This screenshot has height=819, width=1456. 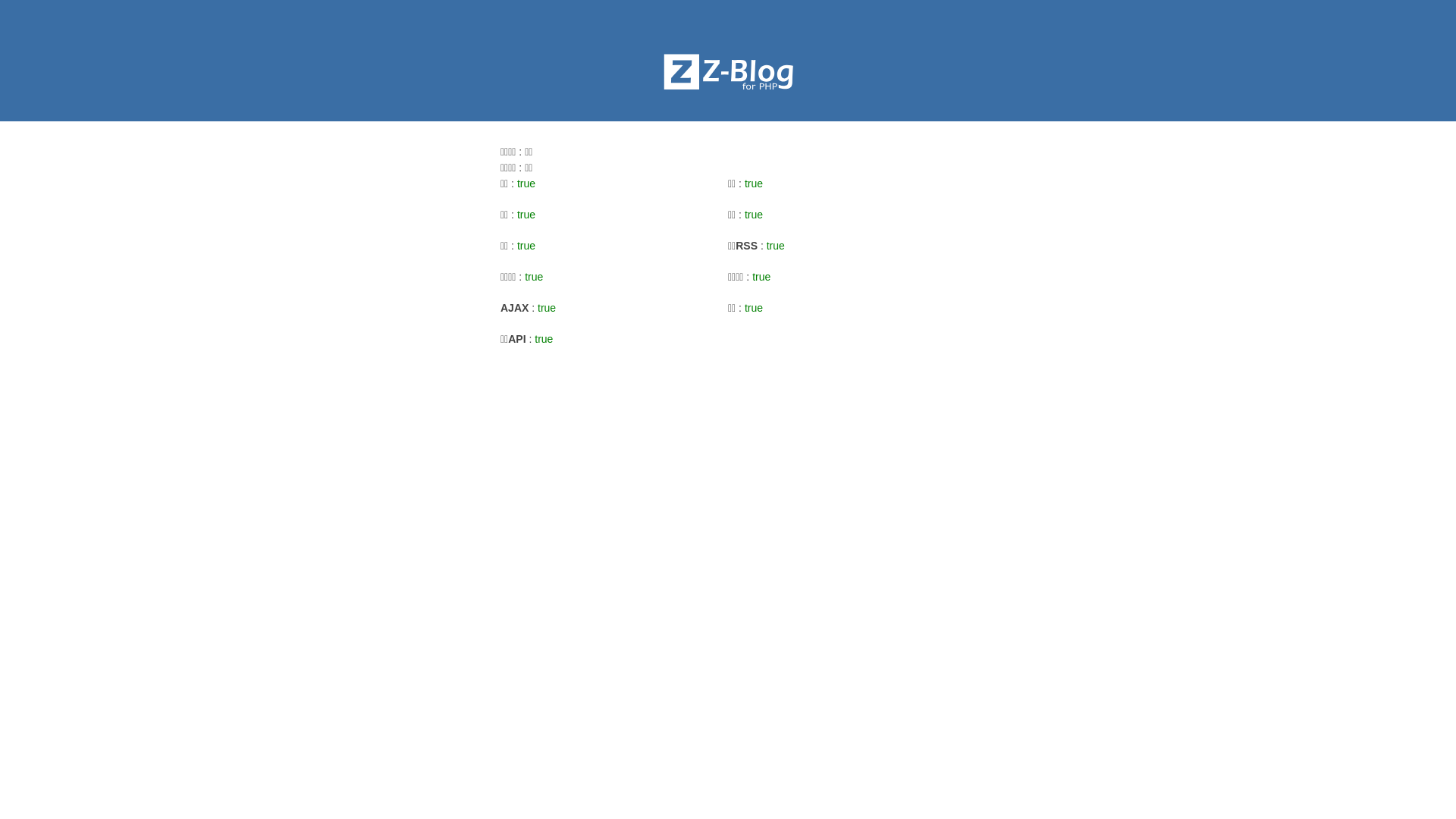 What do you see at coordinates (728, 72) in the screenshot?
I see `'Z-BlogPHP'` at bounding box center [728, 72].